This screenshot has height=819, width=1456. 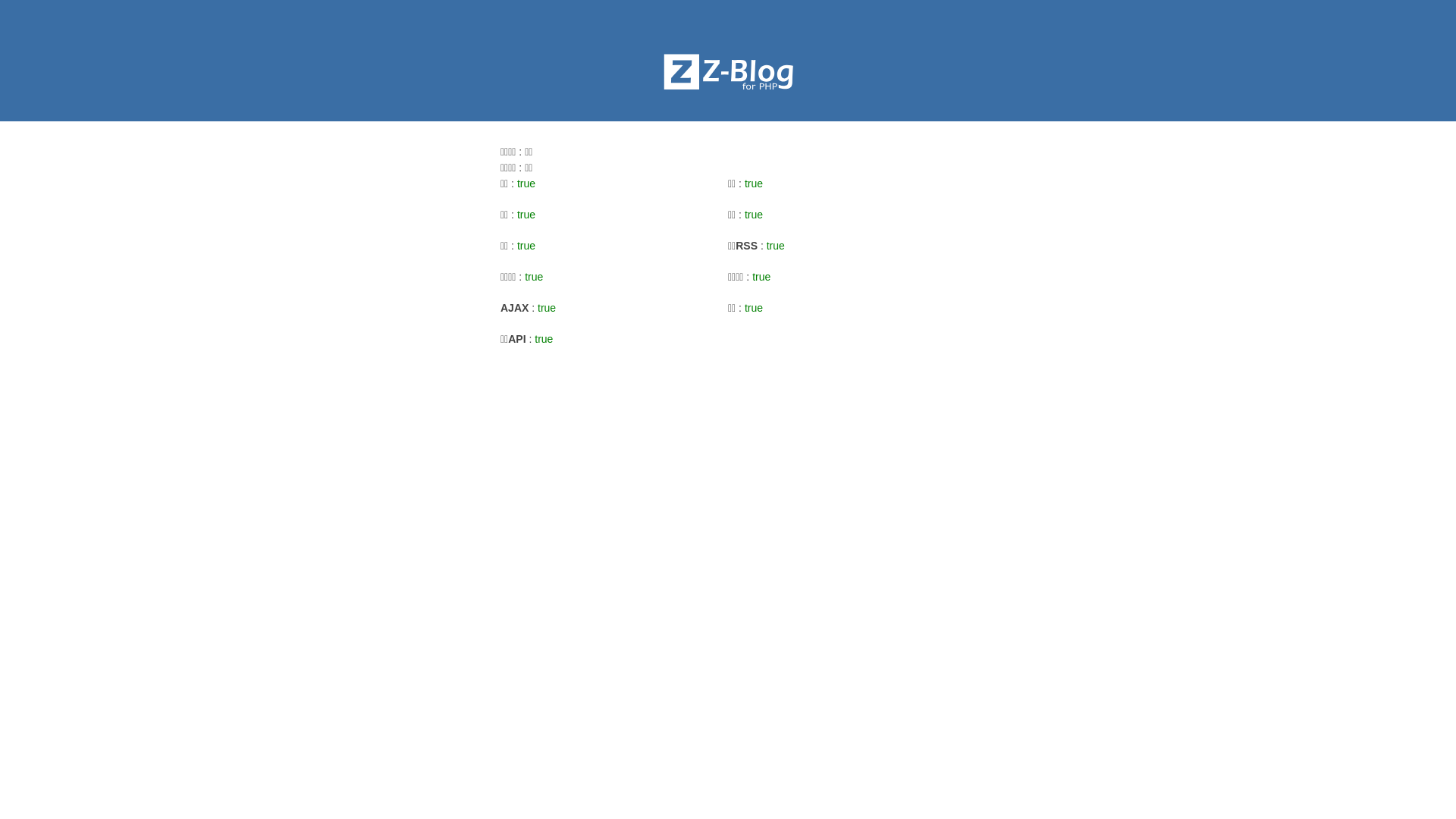 What do you see at coordinates (728, 72) in the screenshot?
I see `'Z-BlogPHP'` at bounding box center [728, 72].